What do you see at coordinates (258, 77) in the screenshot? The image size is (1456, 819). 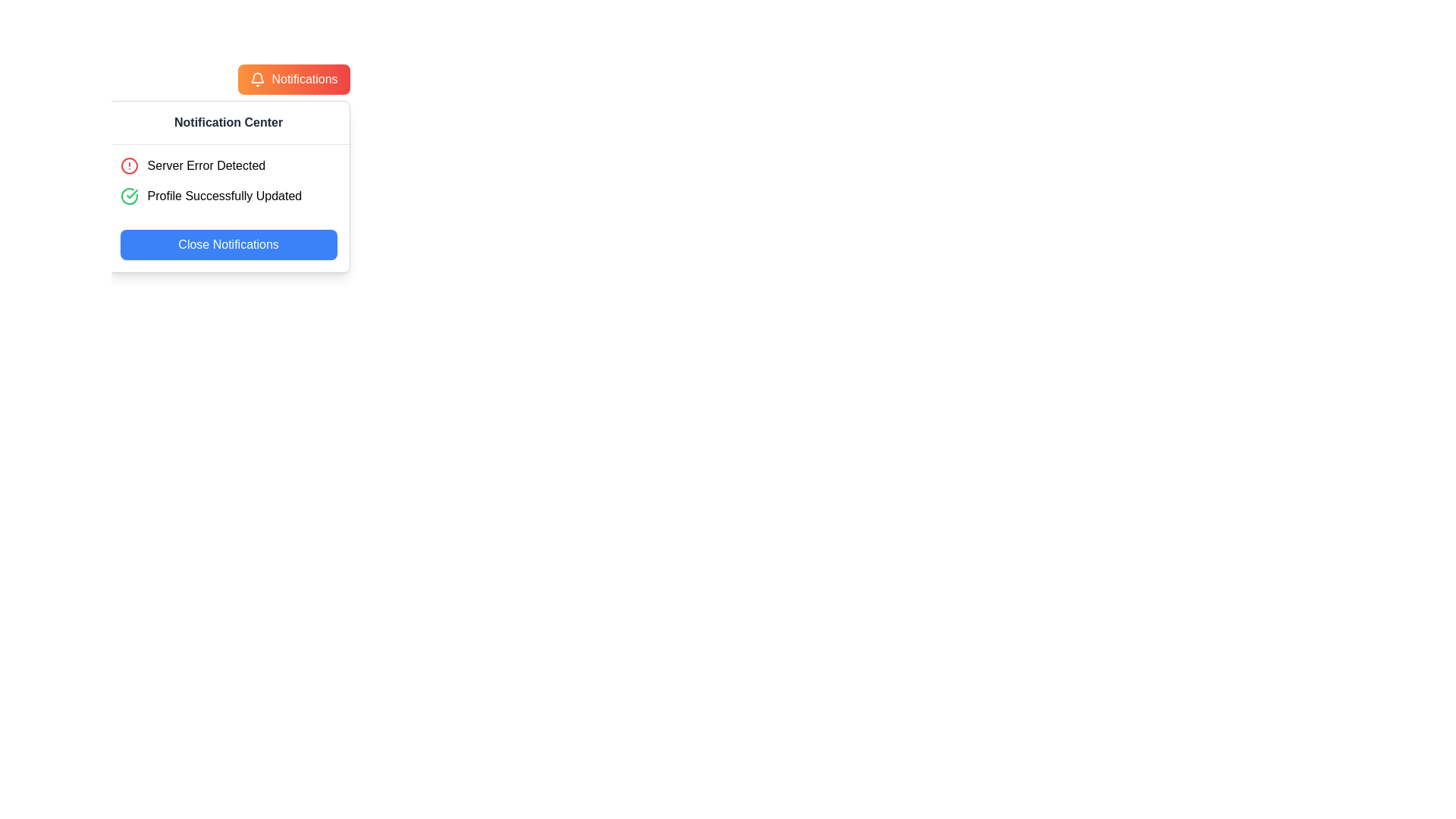 I see `the bell-shaped icon within the orange-red notification button labeled 'Notifications'` at bounding box center [258, 77].